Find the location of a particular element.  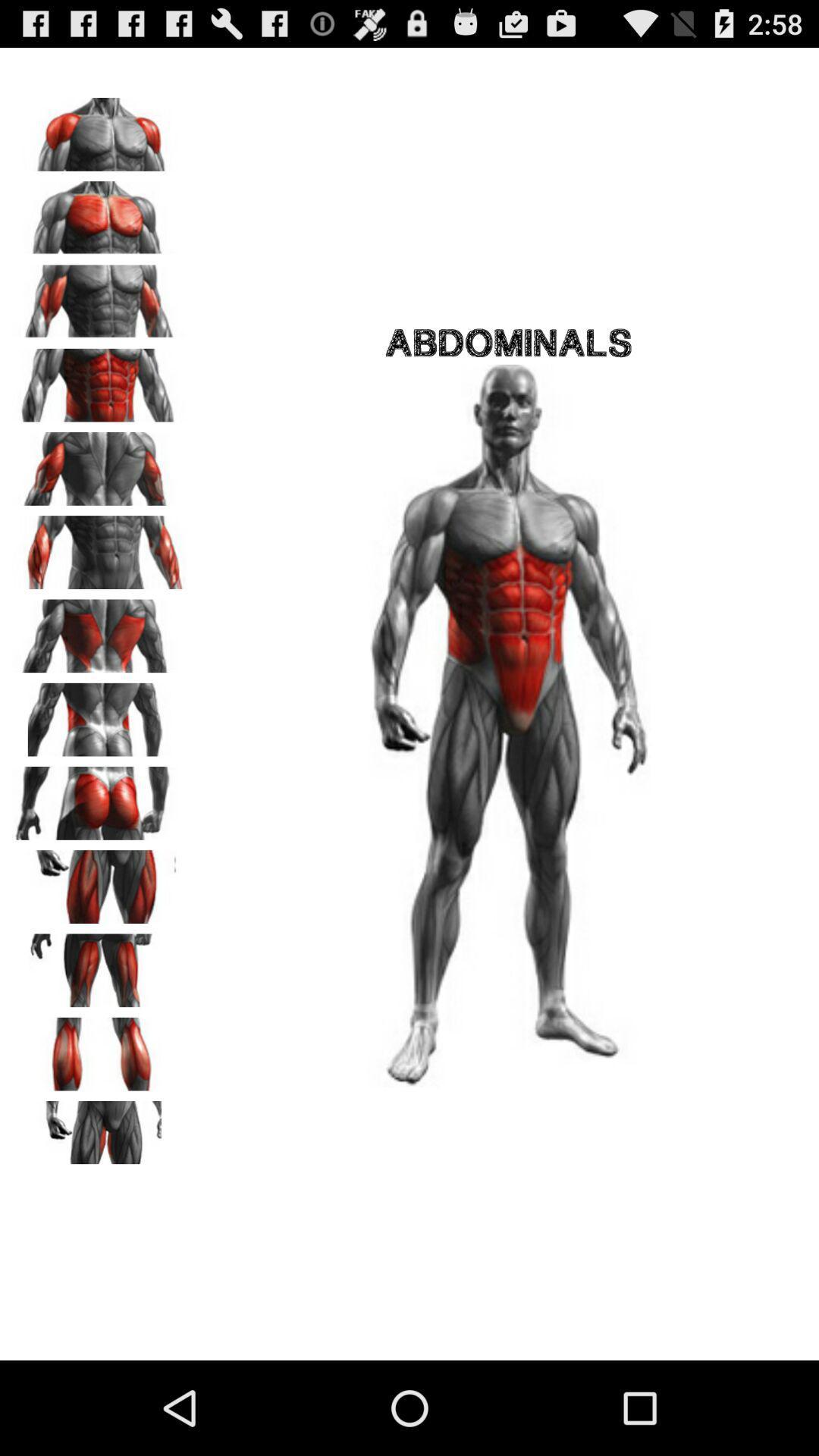

image button is located at coordinates (99, 129).